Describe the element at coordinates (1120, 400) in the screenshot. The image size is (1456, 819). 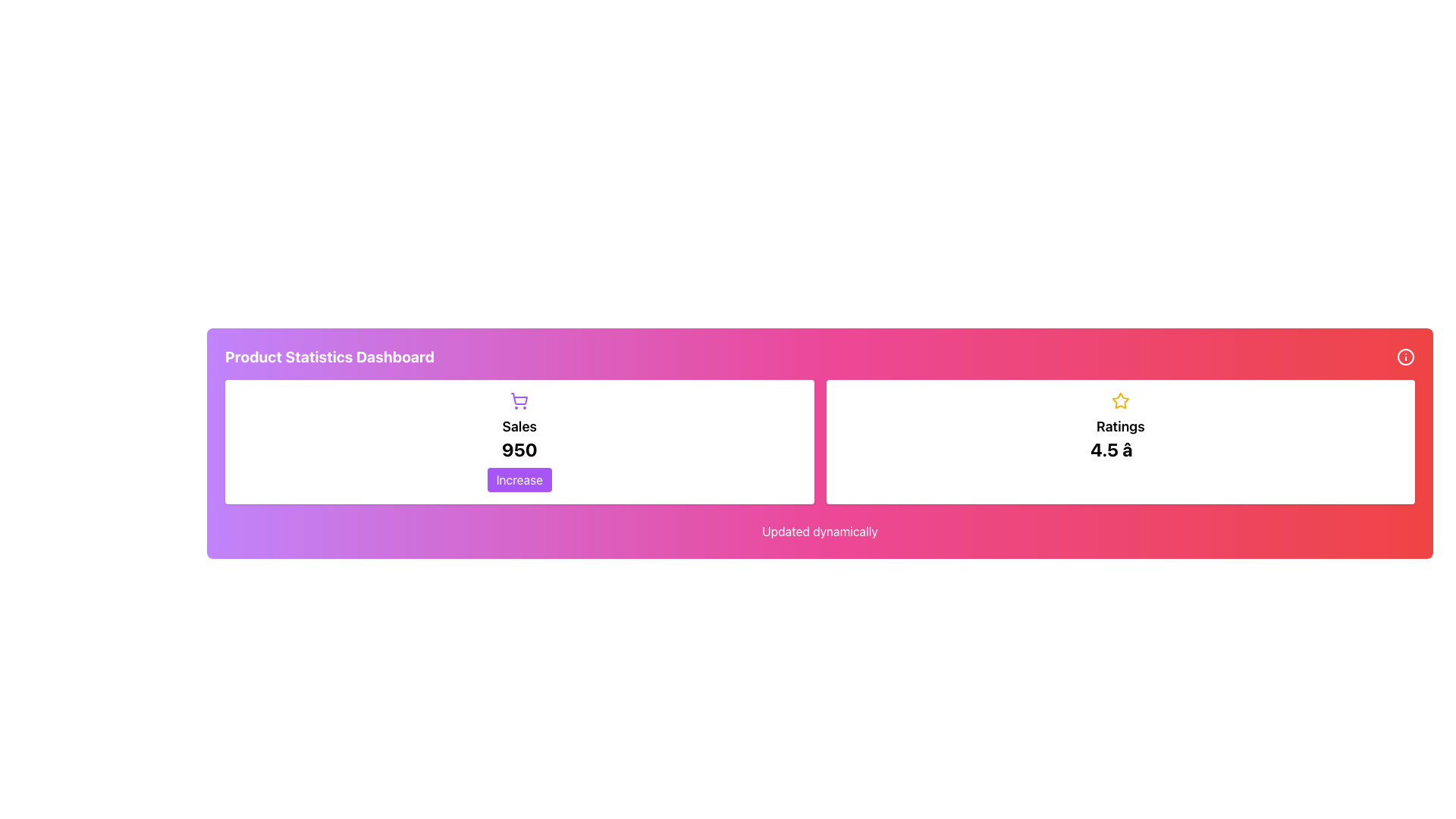
I see `the yellow star-shaped icon with a hollow center located above the rating value '4.5' in the rightmost card of the horizontal layout displaying 'Ratings'` at that location.